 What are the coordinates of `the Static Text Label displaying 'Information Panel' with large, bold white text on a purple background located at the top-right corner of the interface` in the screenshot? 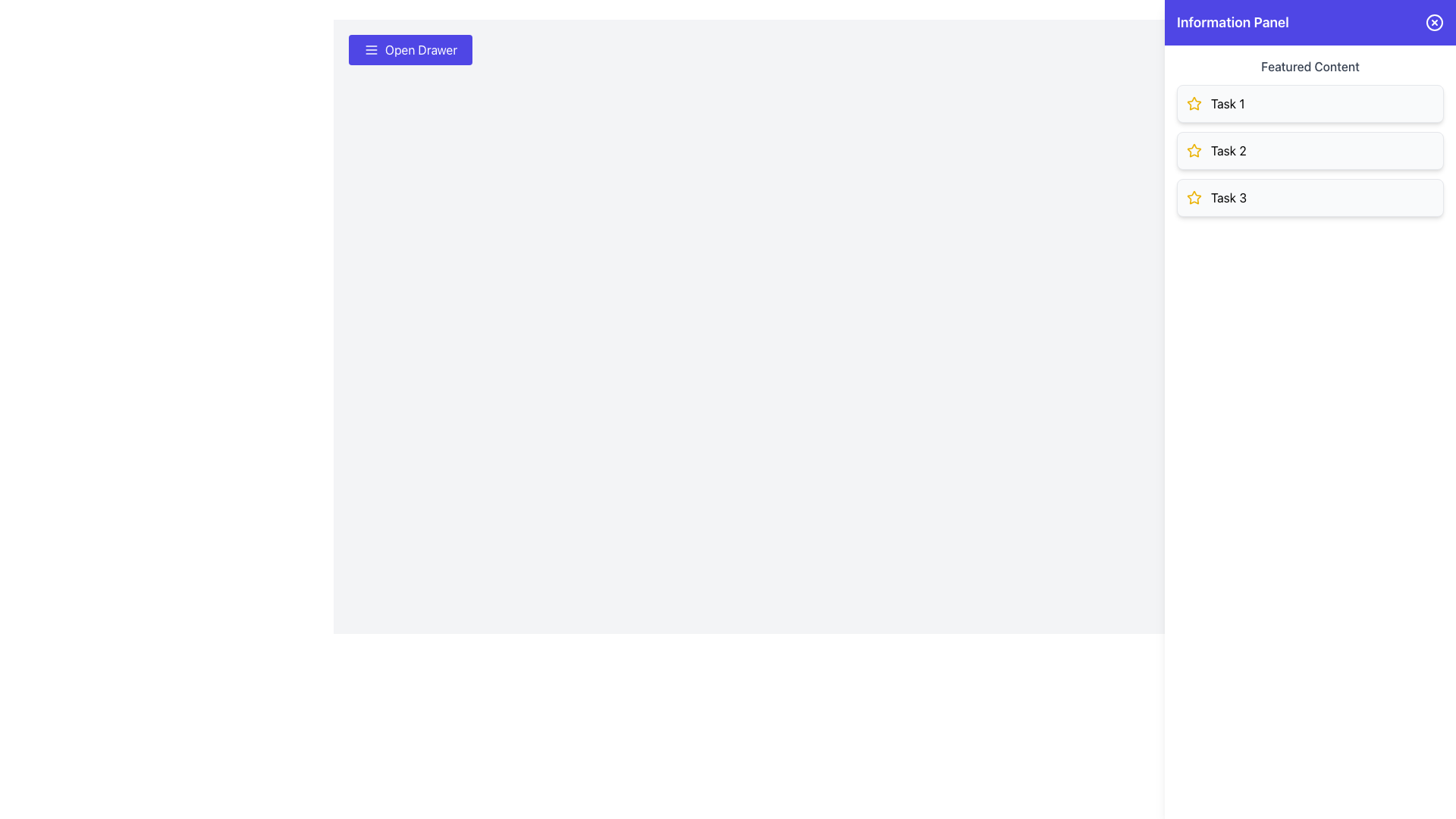 It's located at (1232, 23).